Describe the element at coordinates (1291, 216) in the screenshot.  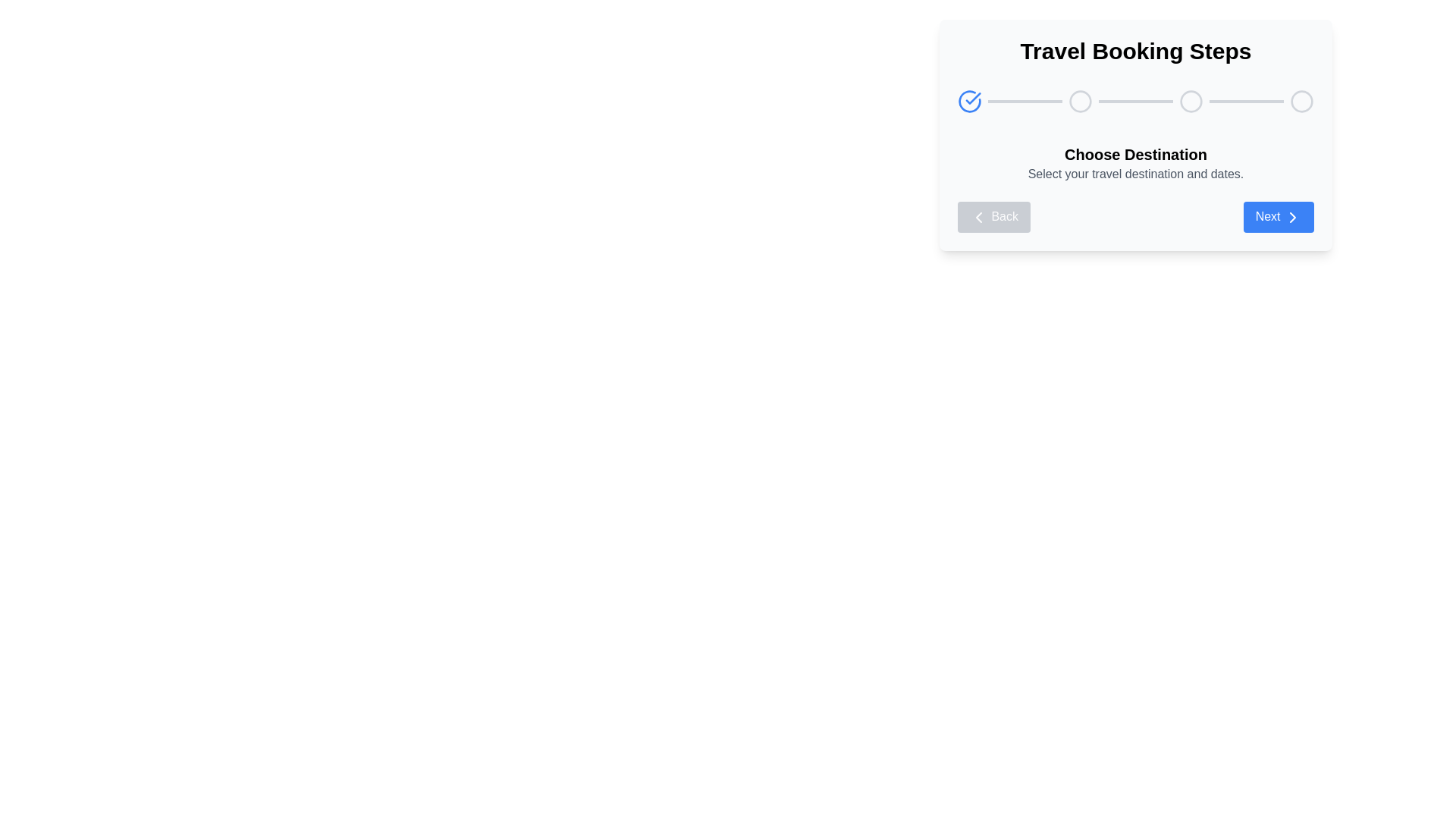
I see `the right-facing chevron arrow icon inside the 'Next' button, which is located in the bottom-right part of the step navigation interface` at that location.